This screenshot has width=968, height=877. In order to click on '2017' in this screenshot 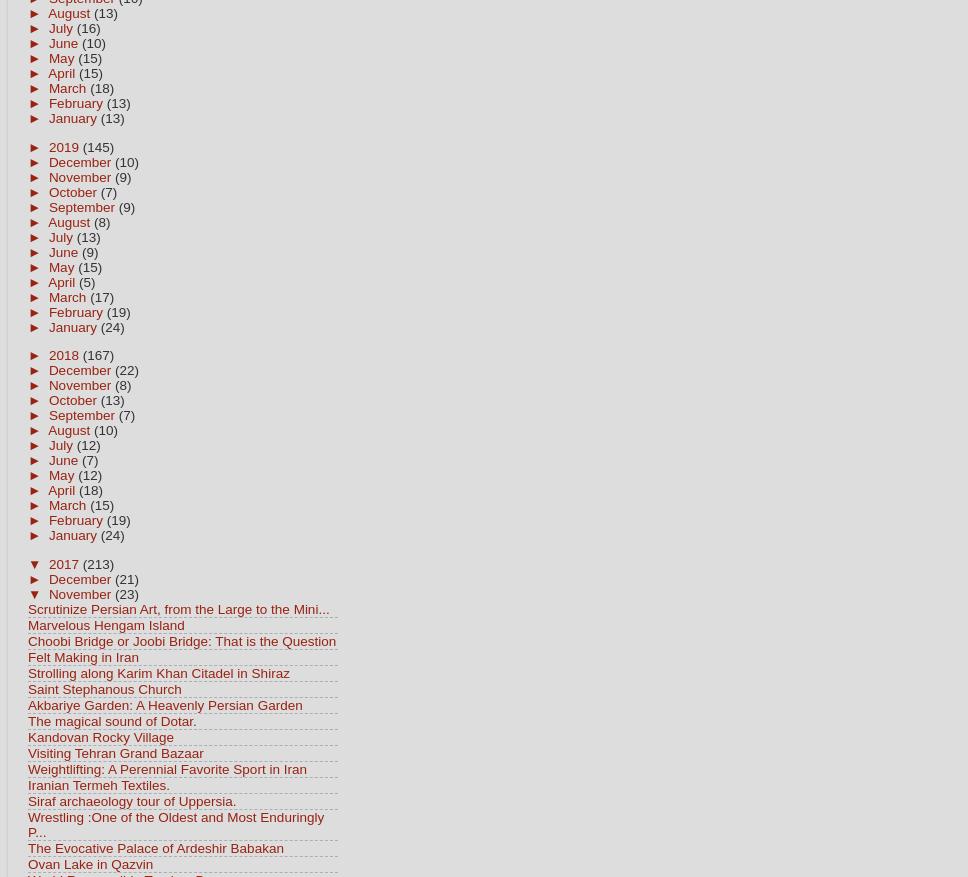, I will do `click(63, 563)`.